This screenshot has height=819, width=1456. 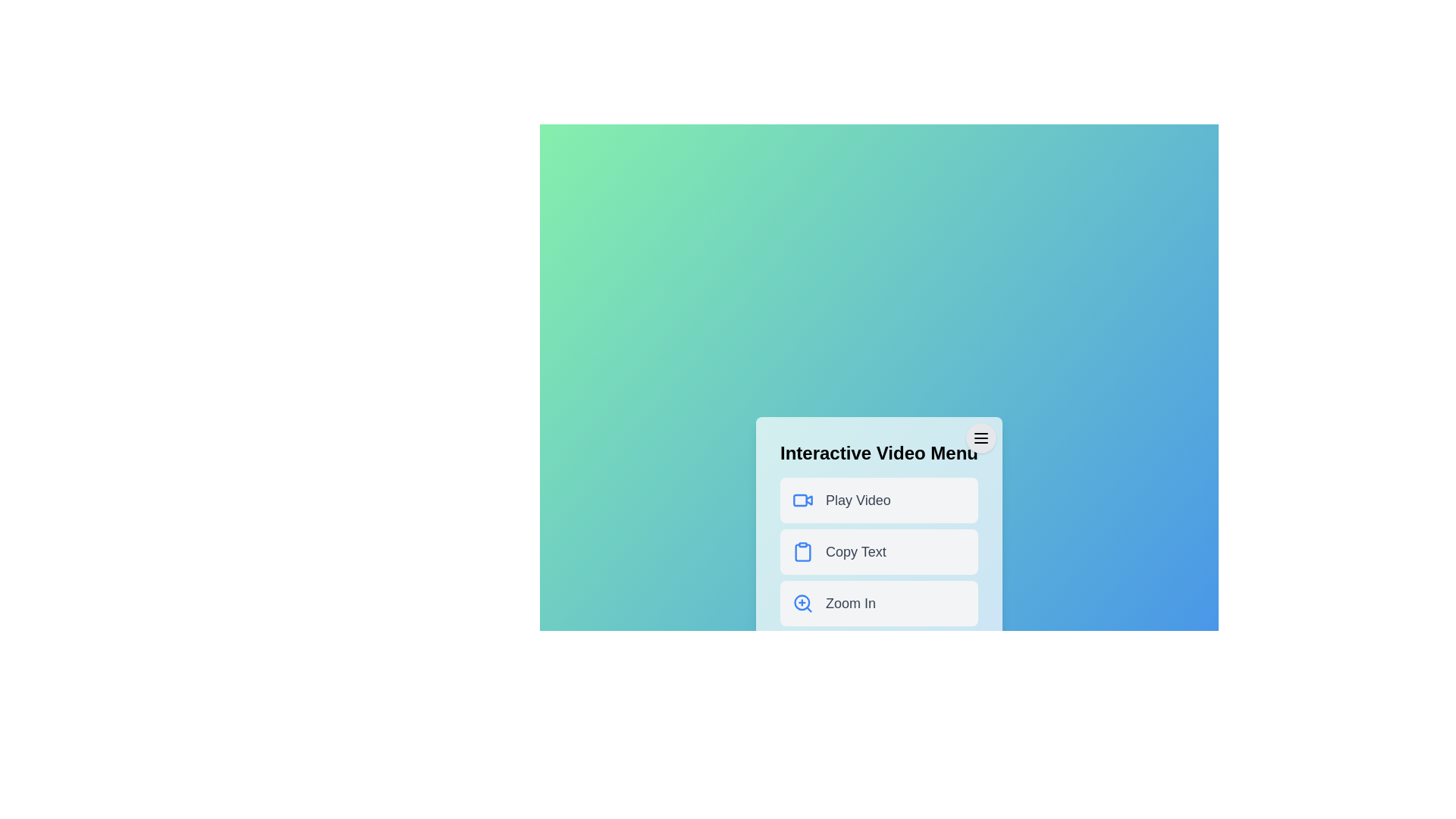 What do you see at coordinates (879, 500) in the screenshot?
I see `the 'Play Video' option in the menu` at bounding box center [879, 500].